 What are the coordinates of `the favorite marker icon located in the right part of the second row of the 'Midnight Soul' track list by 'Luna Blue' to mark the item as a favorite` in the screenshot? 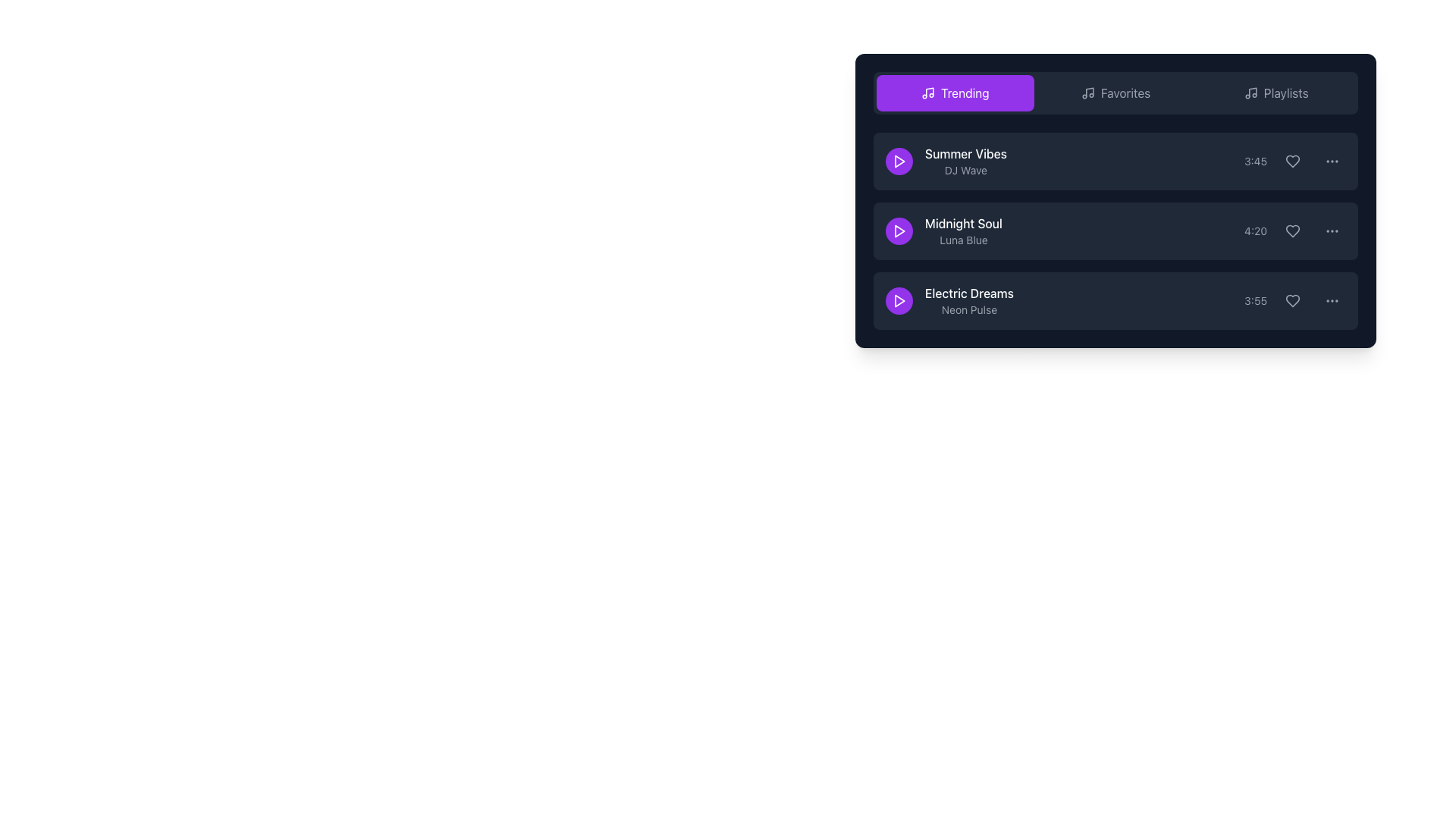 It's located at (1291, 231).